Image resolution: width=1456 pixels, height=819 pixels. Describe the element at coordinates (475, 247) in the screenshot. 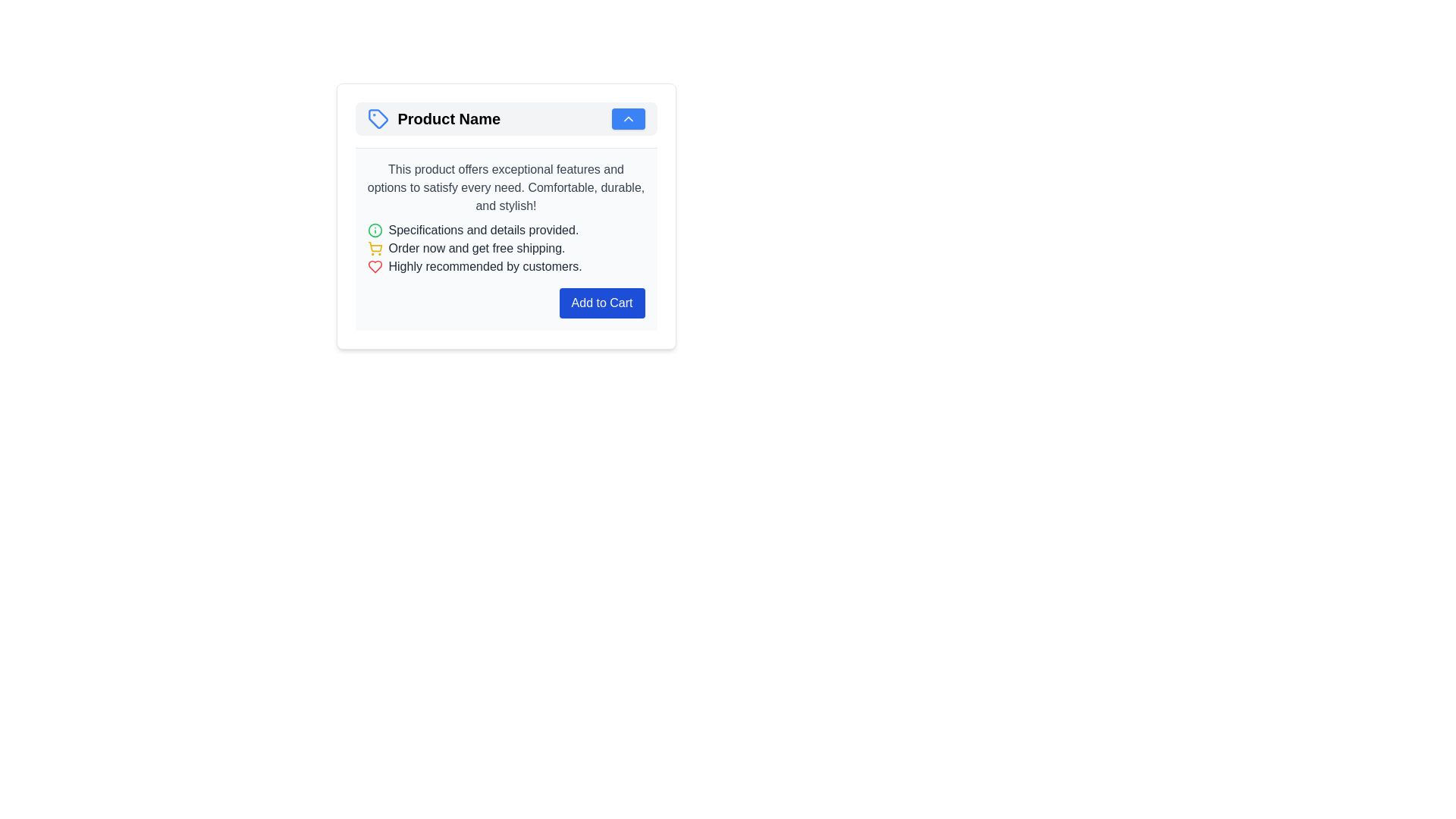

I see `the text 'Order now and get free shipping.' for copying, which is styled in a readable font and positioned under the product description section, between a green informational item and a red heart recommendation text` at that location.